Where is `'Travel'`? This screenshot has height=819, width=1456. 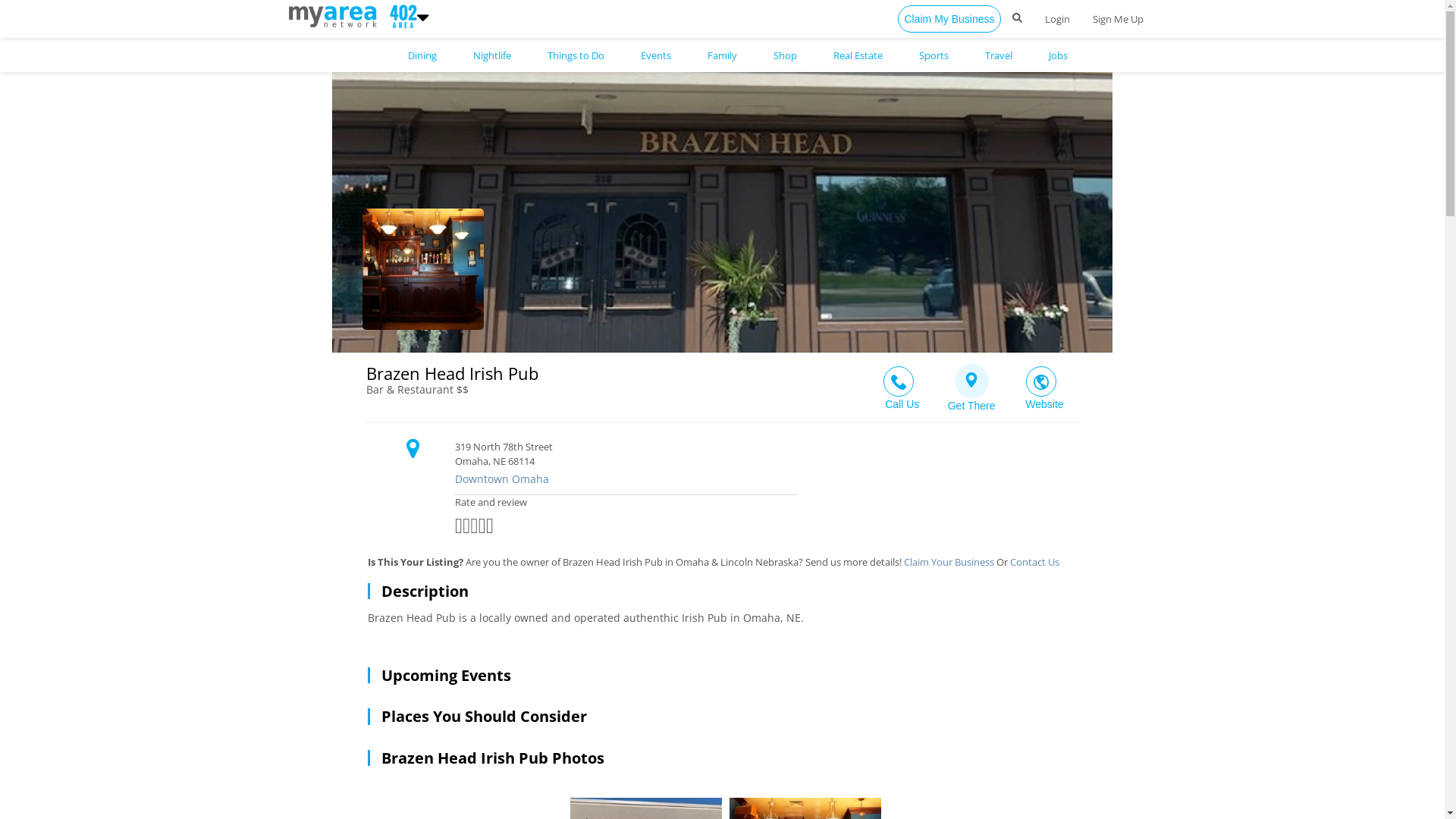
'Travel' is located at coordinates (997, 55).